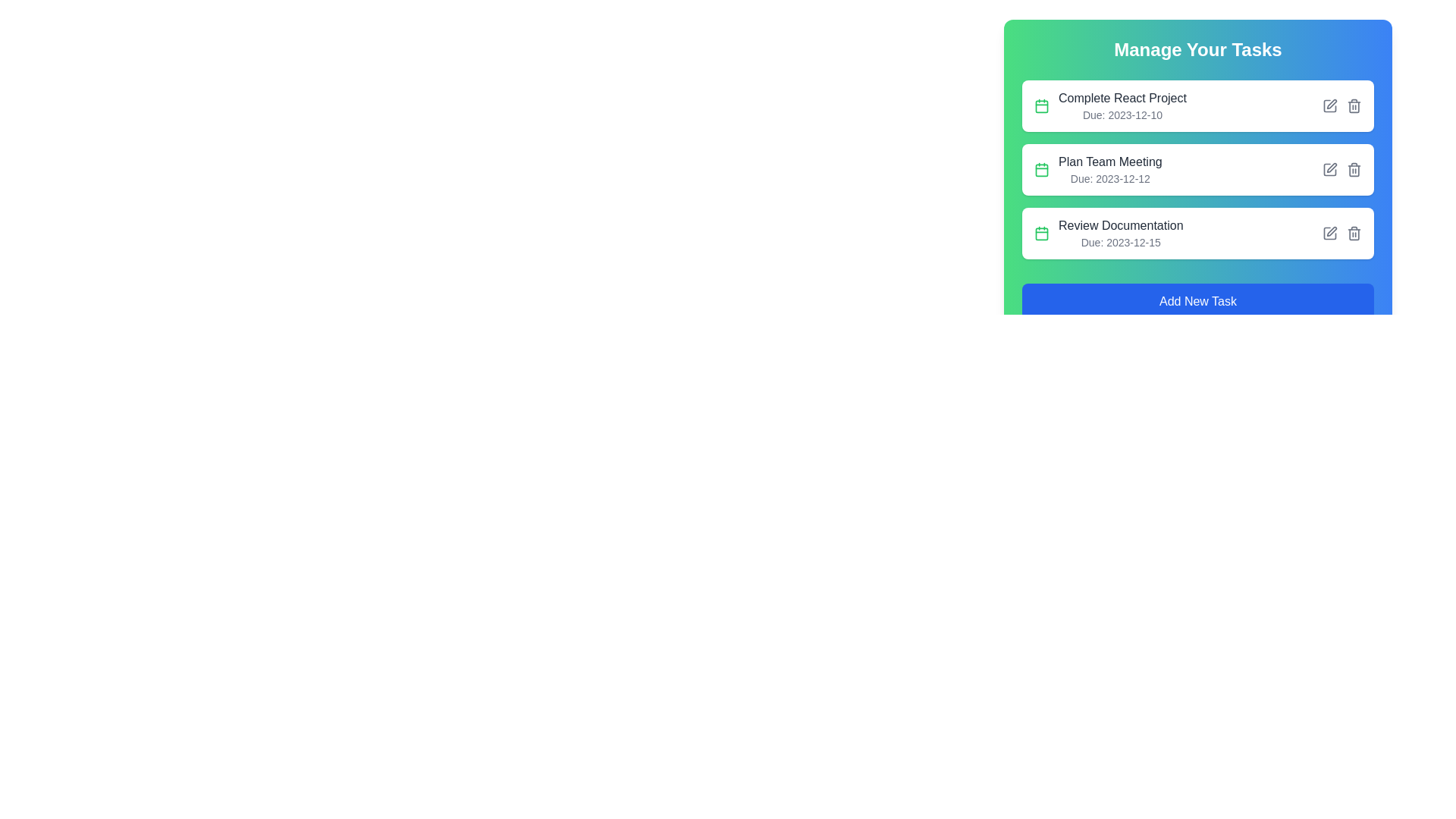 This screenshot has height=819, width=1456. Describe the element at coordinates (1121, 234) in the screenshot. I see `the task entry for 'Review Documentation' with the due date '2023-12-15' located in the third row of the tasks list under 'Manage Your Tasks'` at that location.